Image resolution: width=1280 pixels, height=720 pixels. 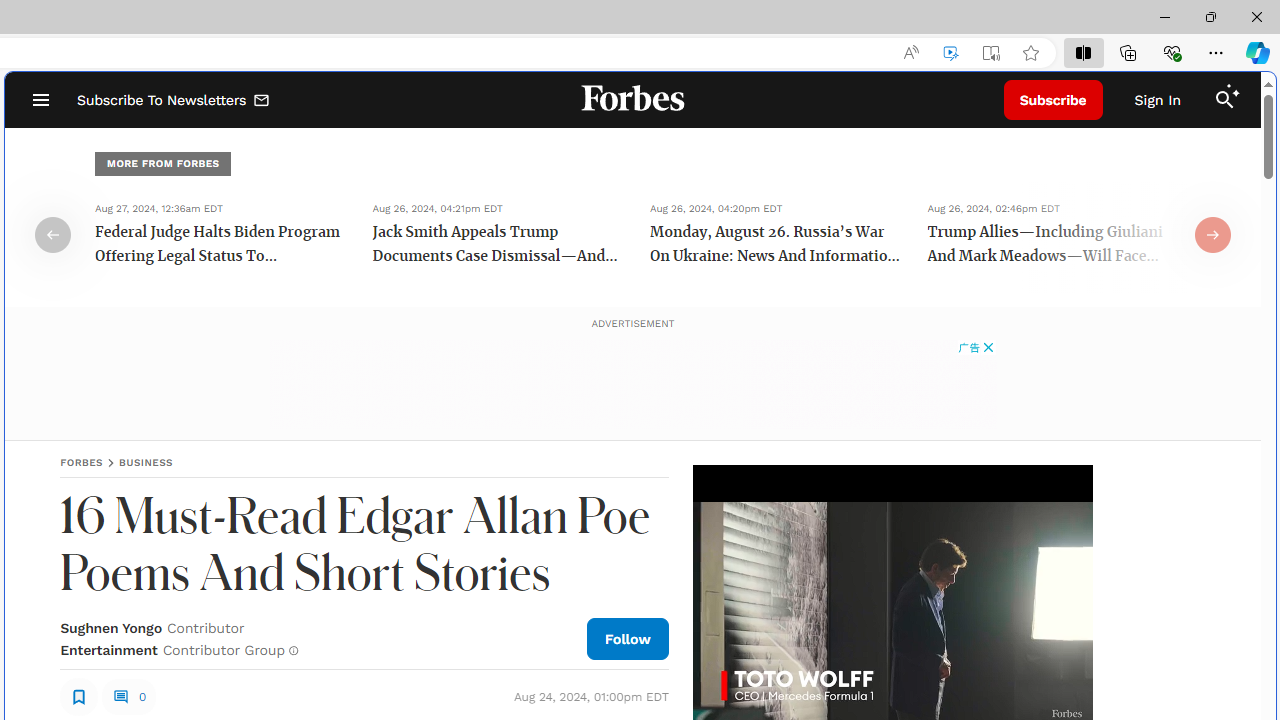 What do you see at coordinates (110, 627) in the screenshot?
I see `'Sughnen Yongo'` at bounding box center [110, 627].